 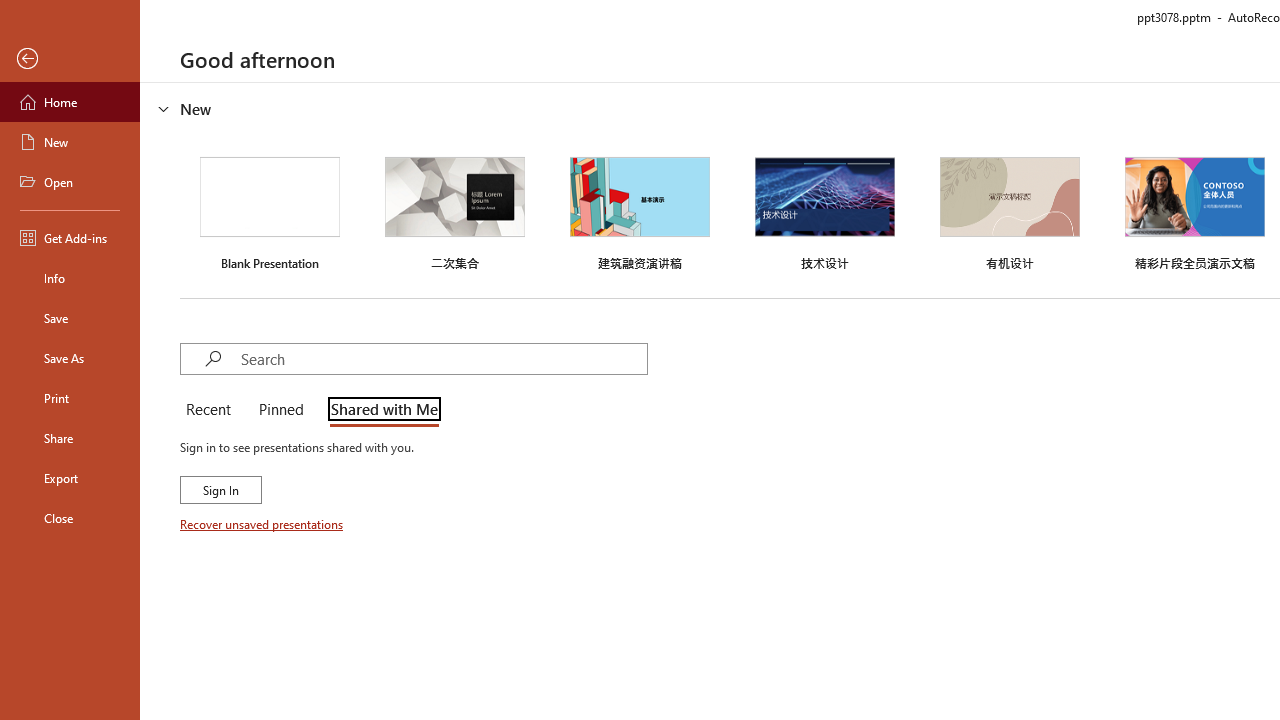 What do you see at coordinates (69, 398) in the screenshot?
I see `'Print'` at bounding box center [69, 398].